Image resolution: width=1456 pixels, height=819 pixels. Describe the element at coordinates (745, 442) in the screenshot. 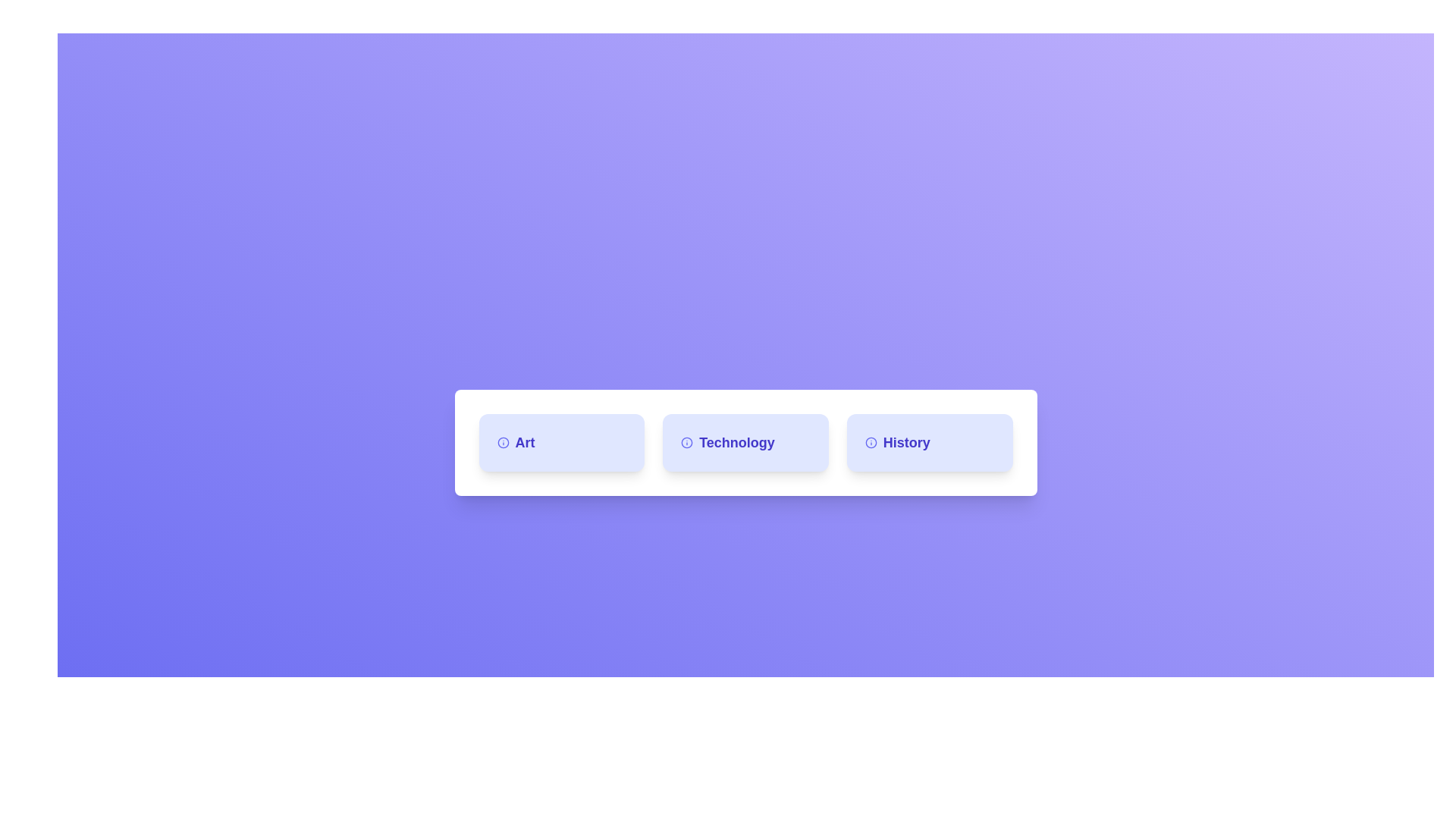

I see `the item in the horizontally aligned grid layout labeled 'Art,' 'Technology,' or 'History'` at that location.